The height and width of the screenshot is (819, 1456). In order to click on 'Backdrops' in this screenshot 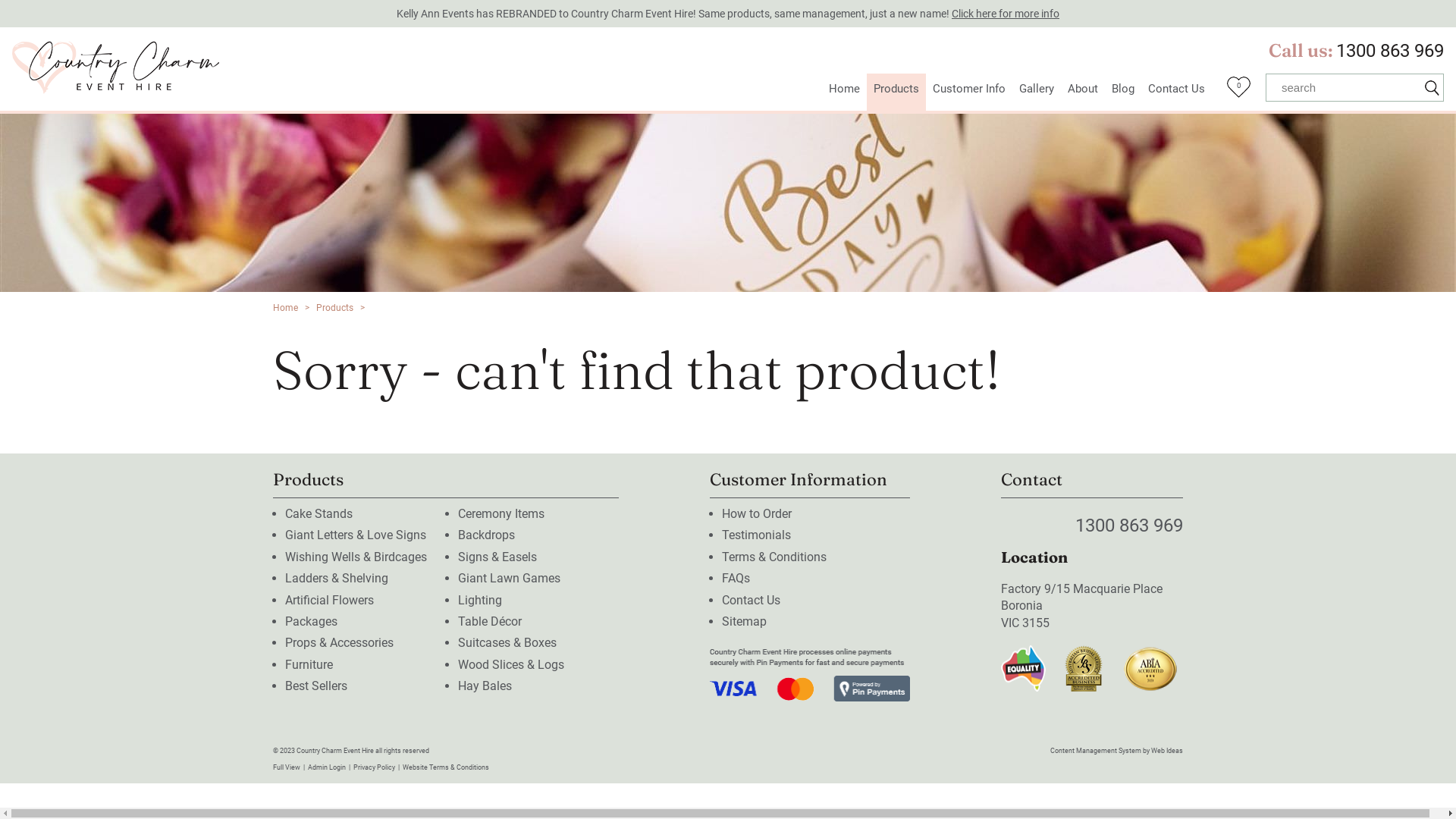, I will do `click(486, 534)`.